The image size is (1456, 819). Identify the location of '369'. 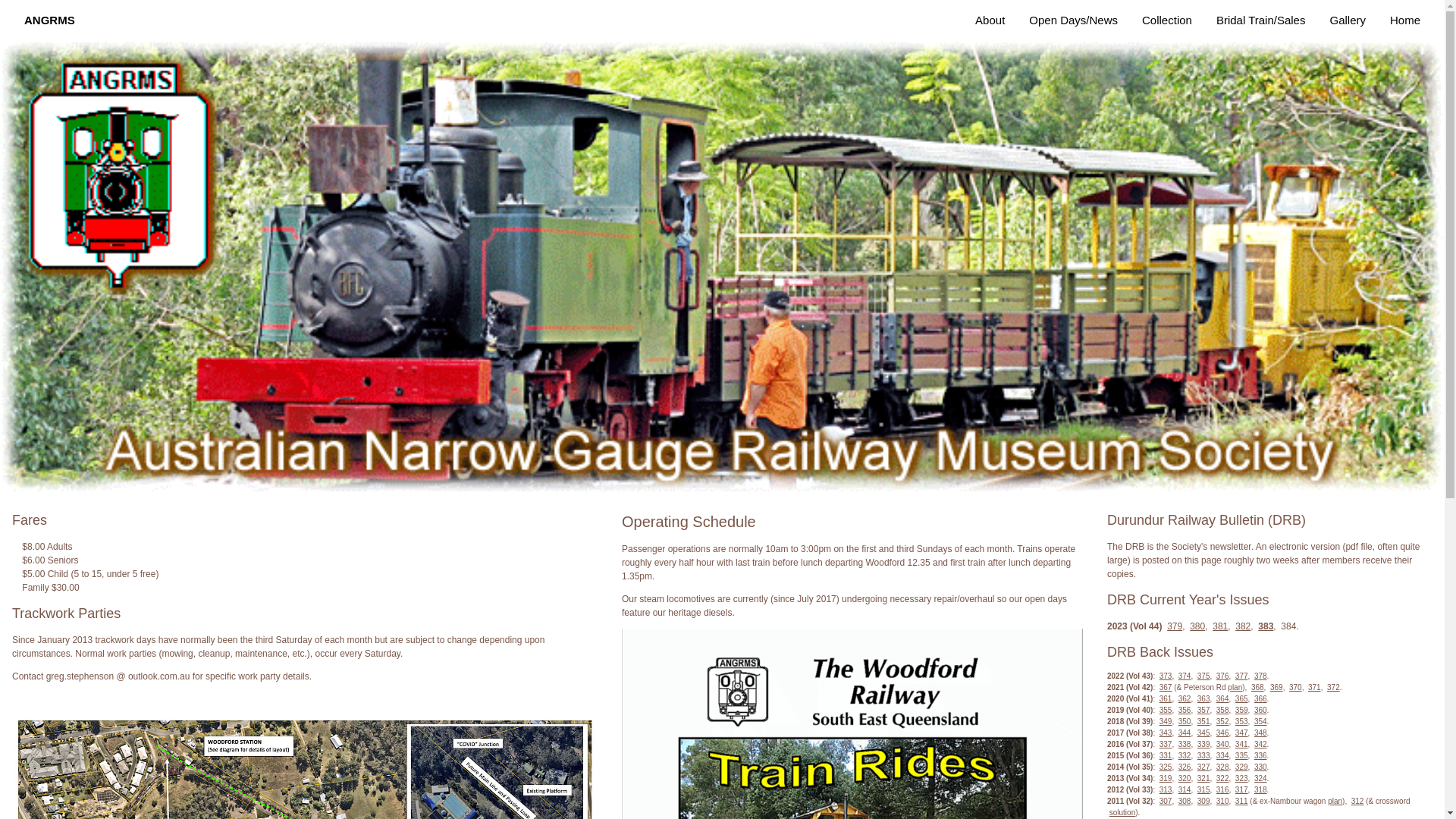
(1270, 687).